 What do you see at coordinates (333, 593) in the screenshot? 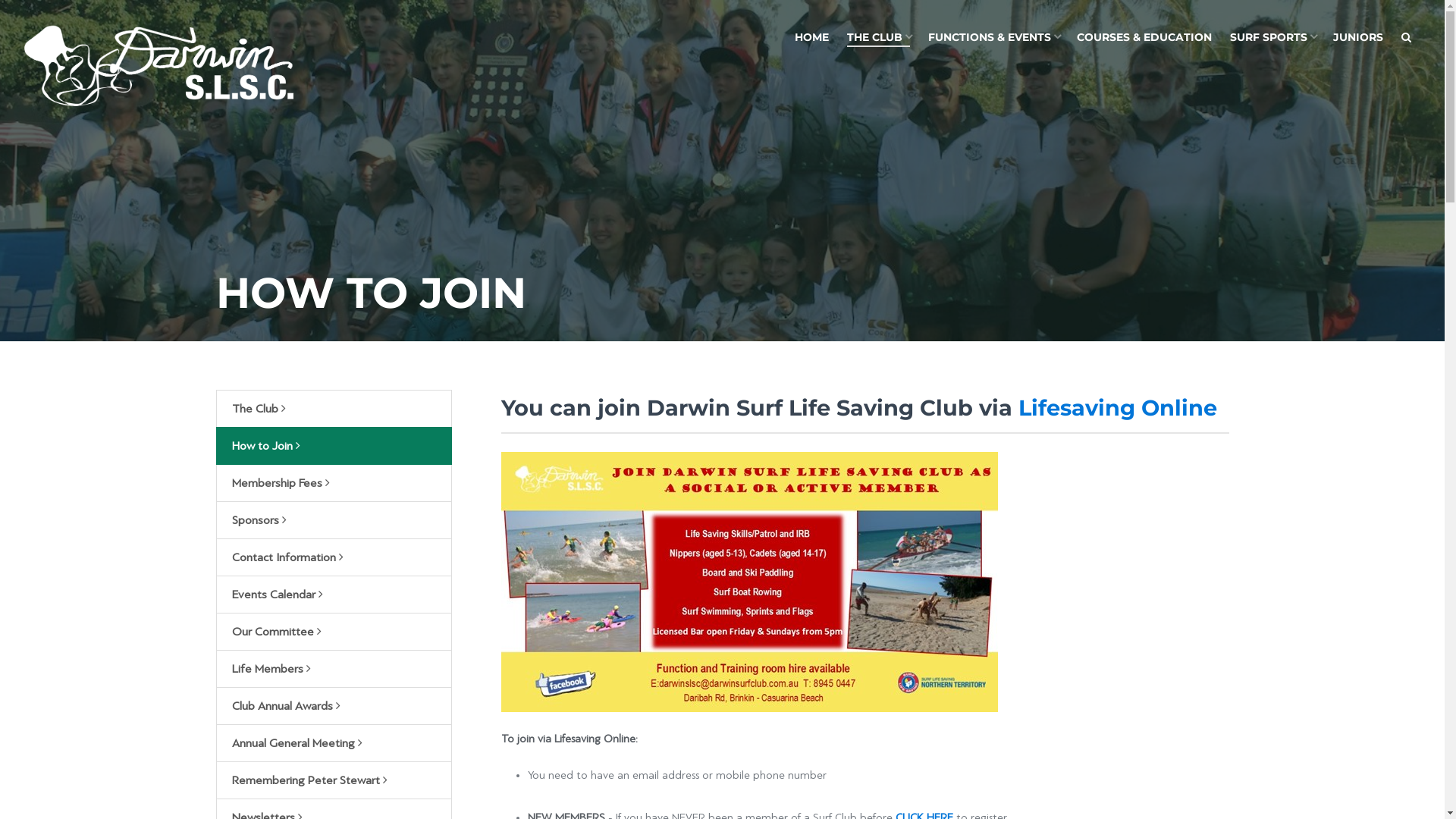
I see `'Events Calendar '` at bounding box center [333, 593].